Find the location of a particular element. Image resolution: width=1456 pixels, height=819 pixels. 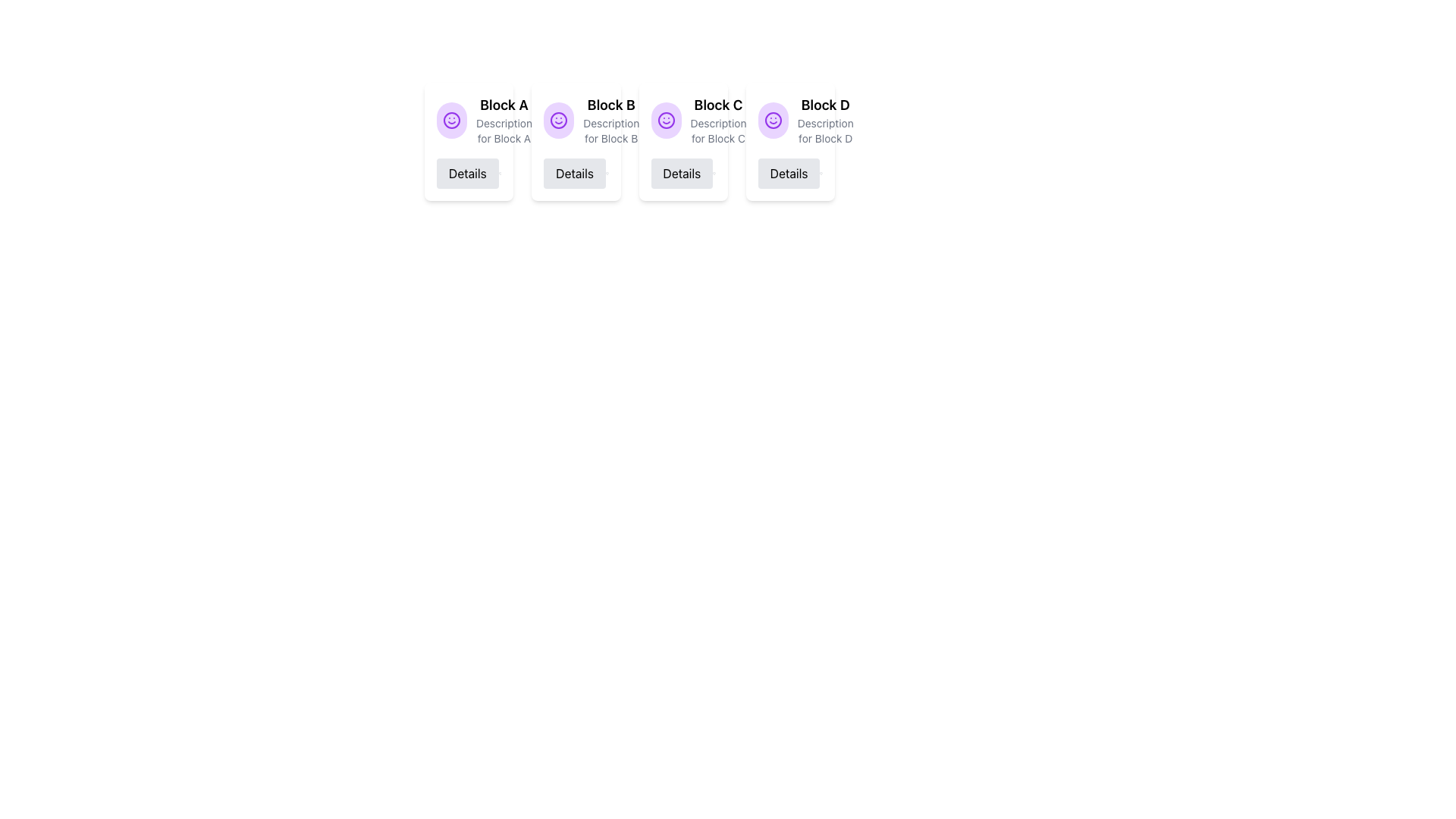

the static text display located directly below the bold title 'Block A', which is part of a horizontal arrangement of blocks is located at coordinates (504, 130).